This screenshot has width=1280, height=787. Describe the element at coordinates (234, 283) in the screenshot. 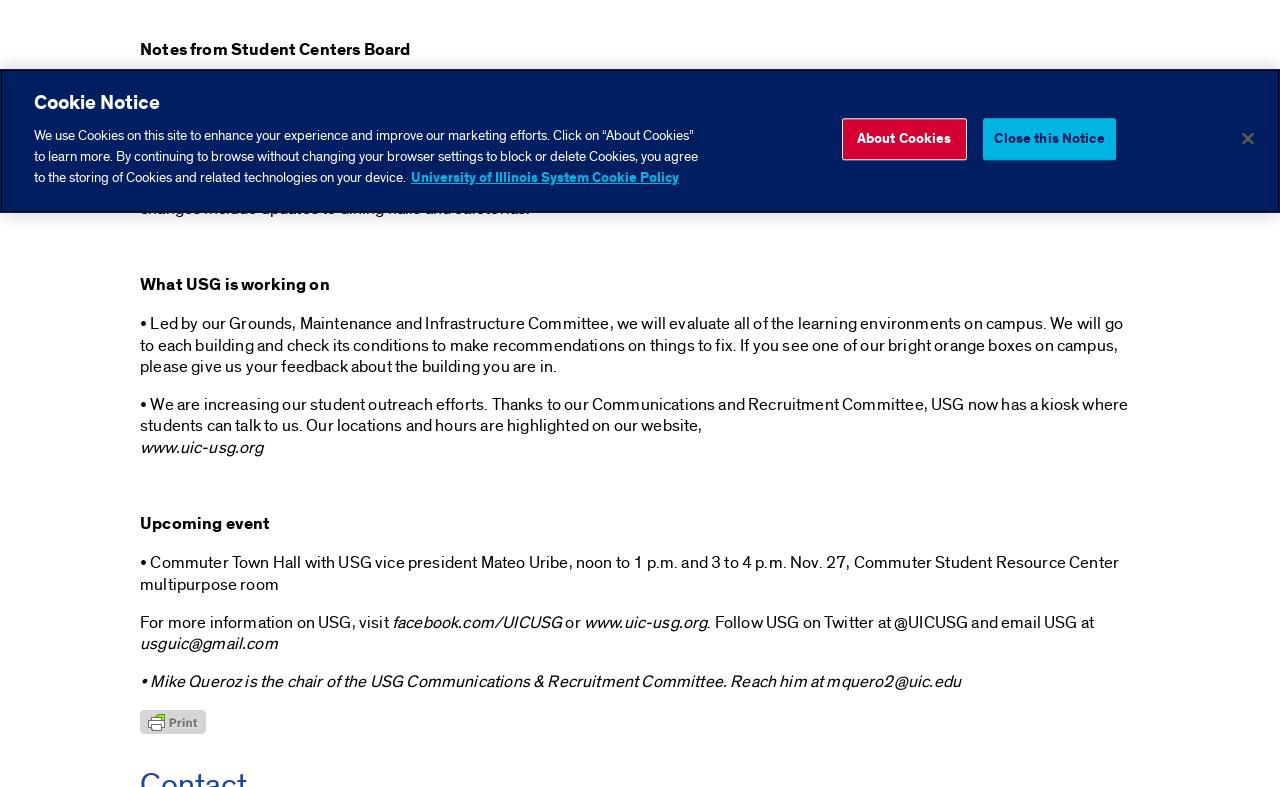

I see `'What USG is working on'` at that location.